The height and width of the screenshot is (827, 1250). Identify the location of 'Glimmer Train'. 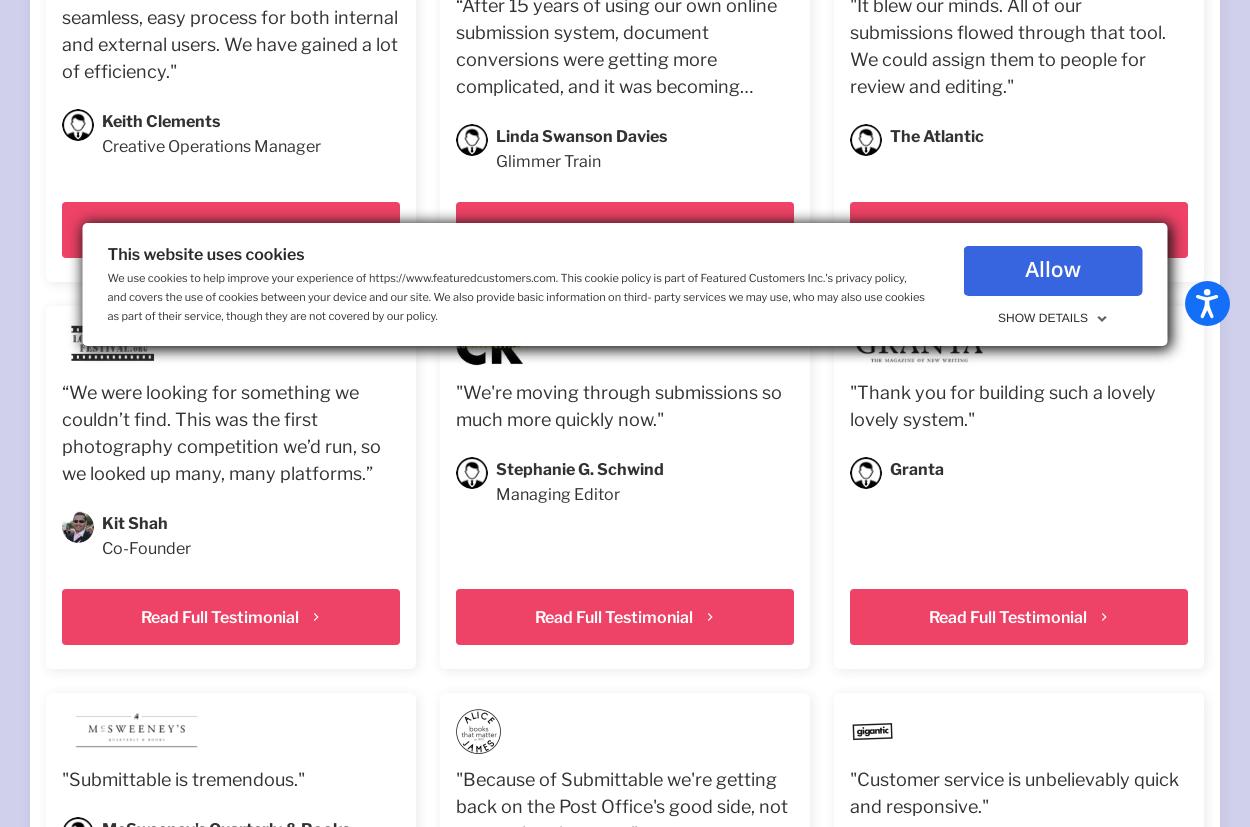
(547, 160).